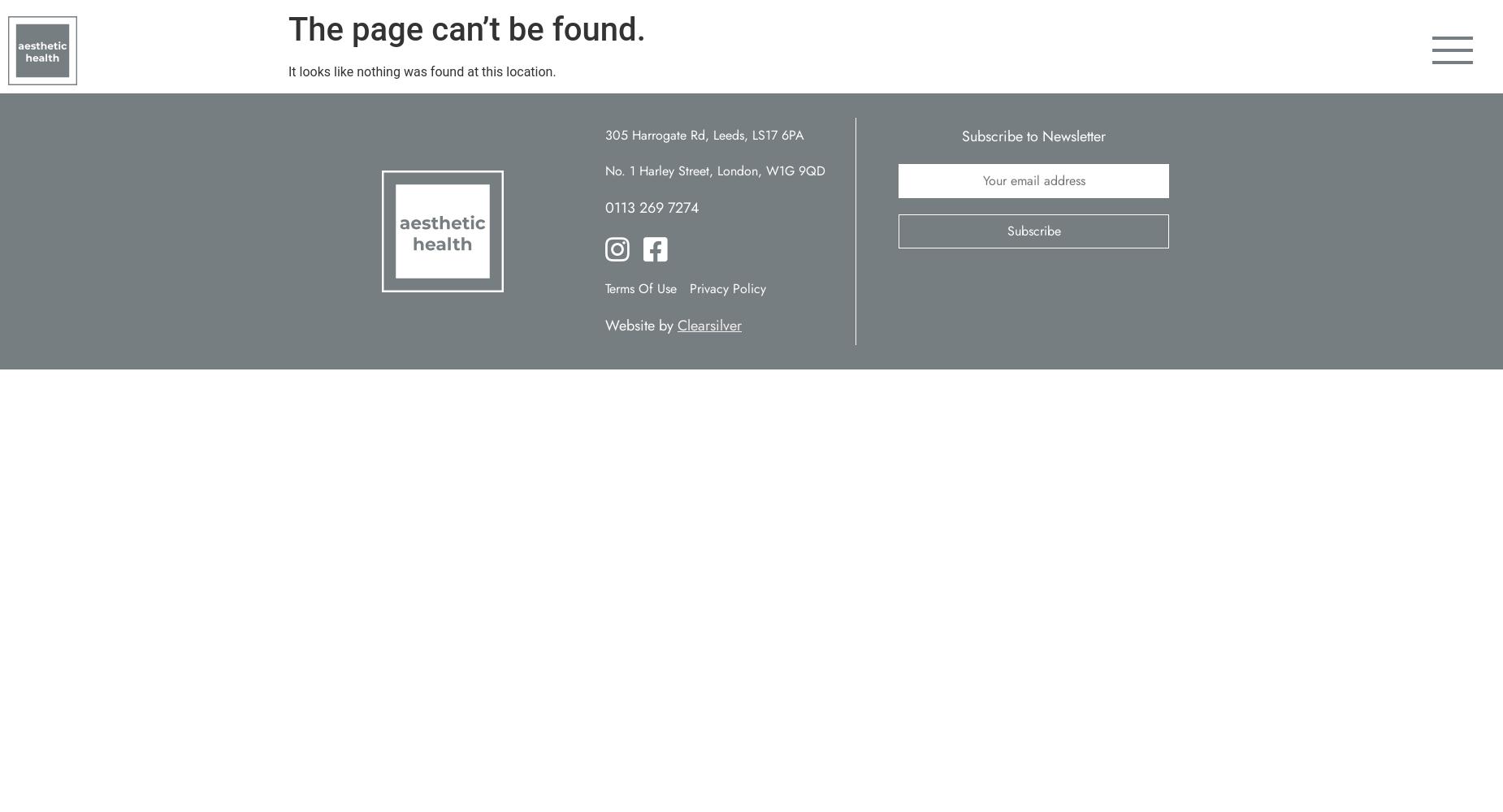 Image resolution: width=1503 pixels, height=812 pixels. What do you see at coordinates (727, 287) in the screenshot?
I see `'Privacy Policy'` at bounding box center [727, 287].